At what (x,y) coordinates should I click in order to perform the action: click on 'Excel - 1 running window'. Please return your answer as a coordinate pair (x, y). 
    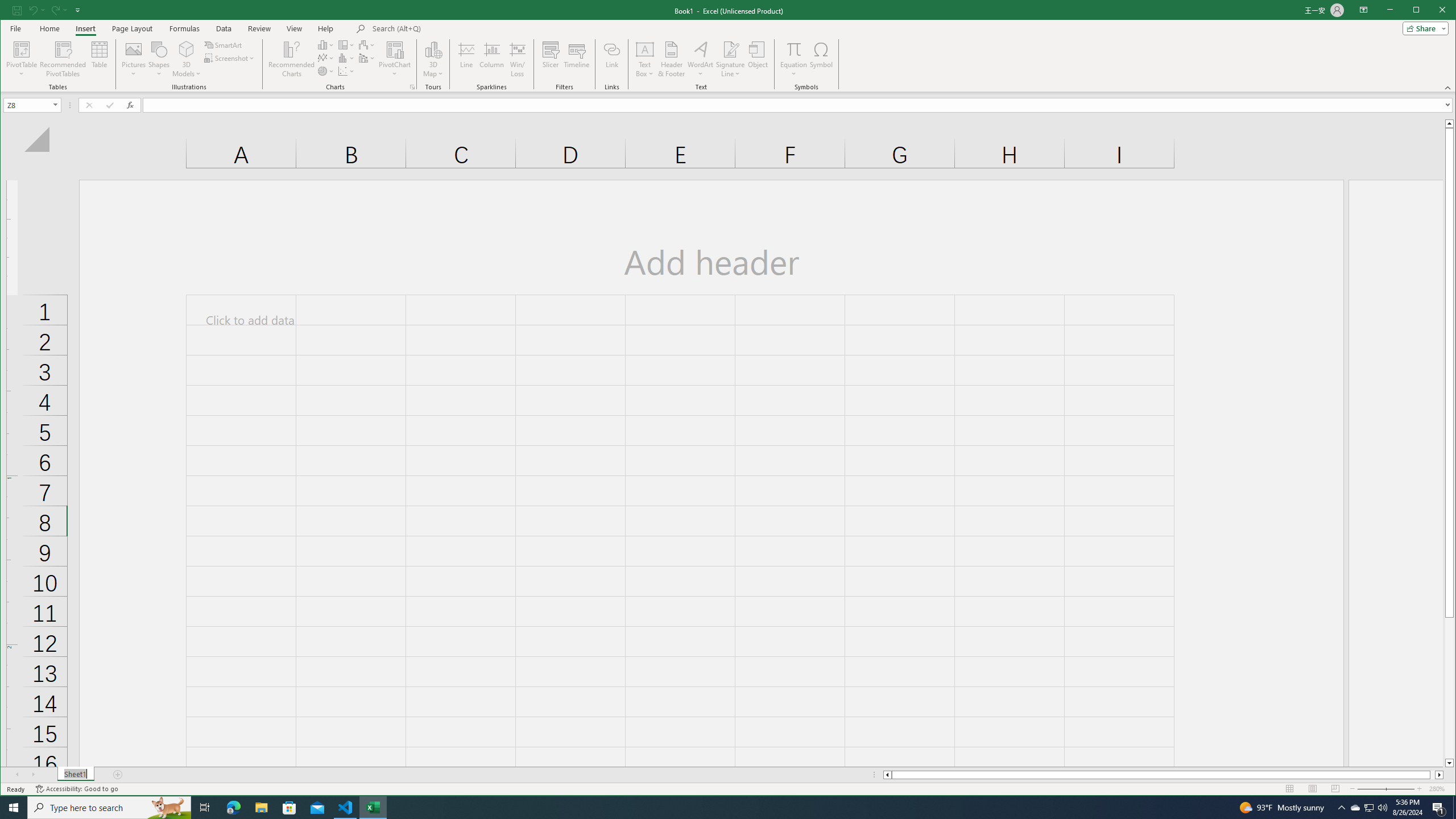
    Looking at the image, I should click on (373, 806).